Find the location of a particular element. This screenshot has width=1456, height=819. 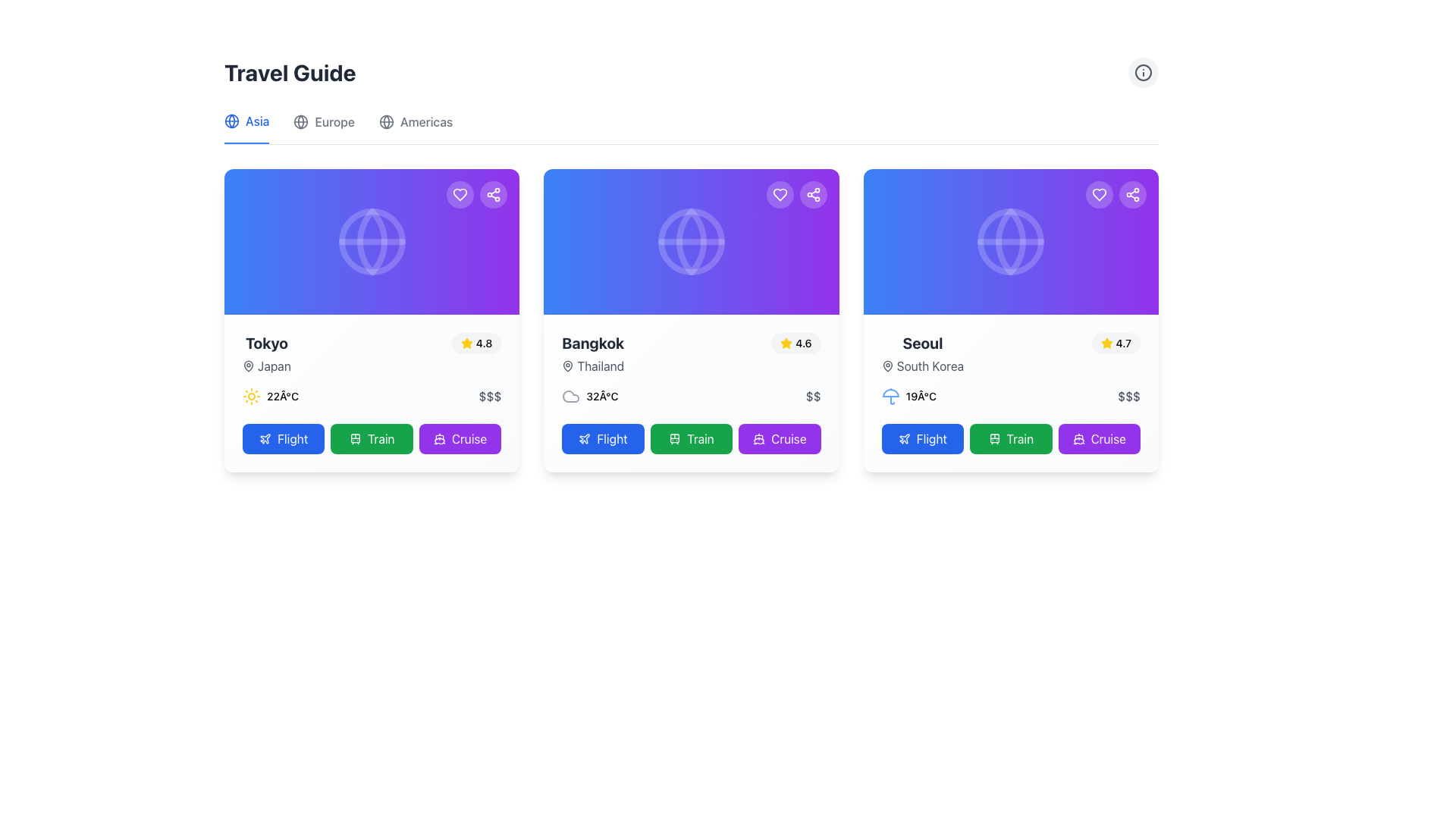

the green 'Train' button with white text and an icon is located at coordinates (1011, 438).